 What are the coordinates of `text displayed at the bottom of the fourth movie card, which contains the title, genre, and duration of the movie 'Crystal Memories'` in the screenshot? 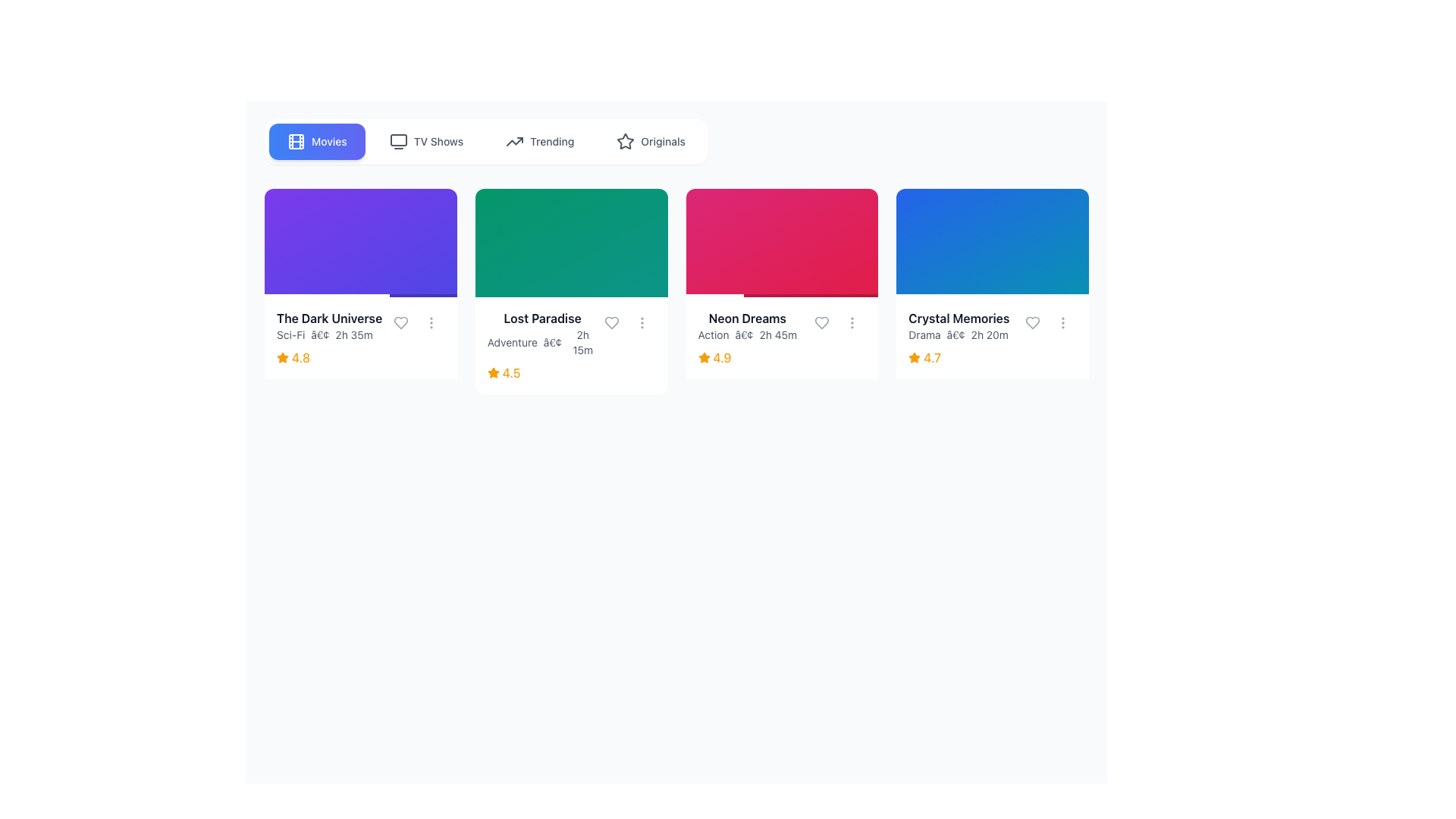 It's located at (993, 325).